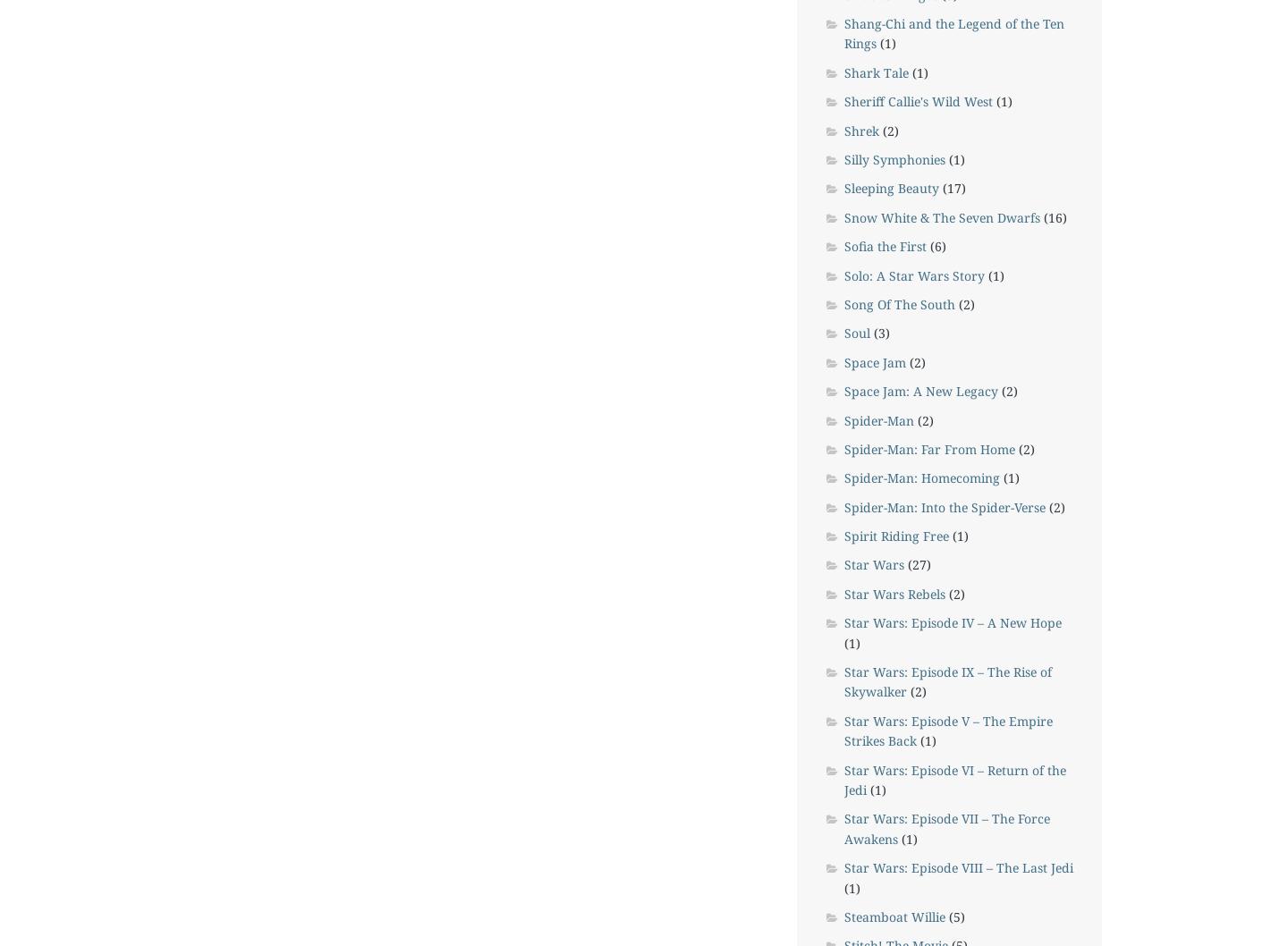  Describe the element at coordinates (920, 391) in the screenshot. I see `'Space Jam: A New Legacy'` at that location.